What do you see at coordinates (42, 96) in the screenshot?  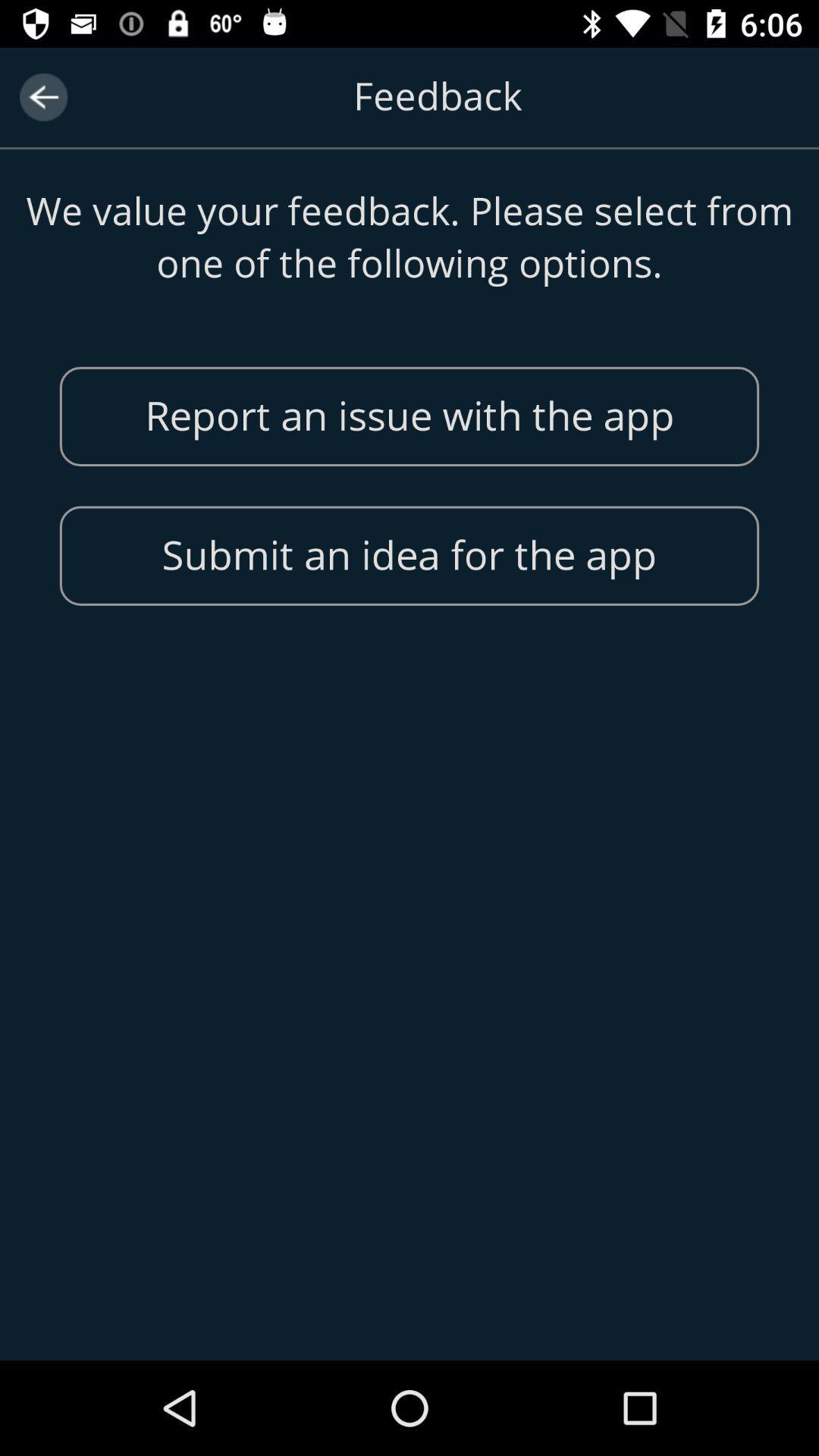 I see `the arrow_backward icon` at bounding box center [42, 96].